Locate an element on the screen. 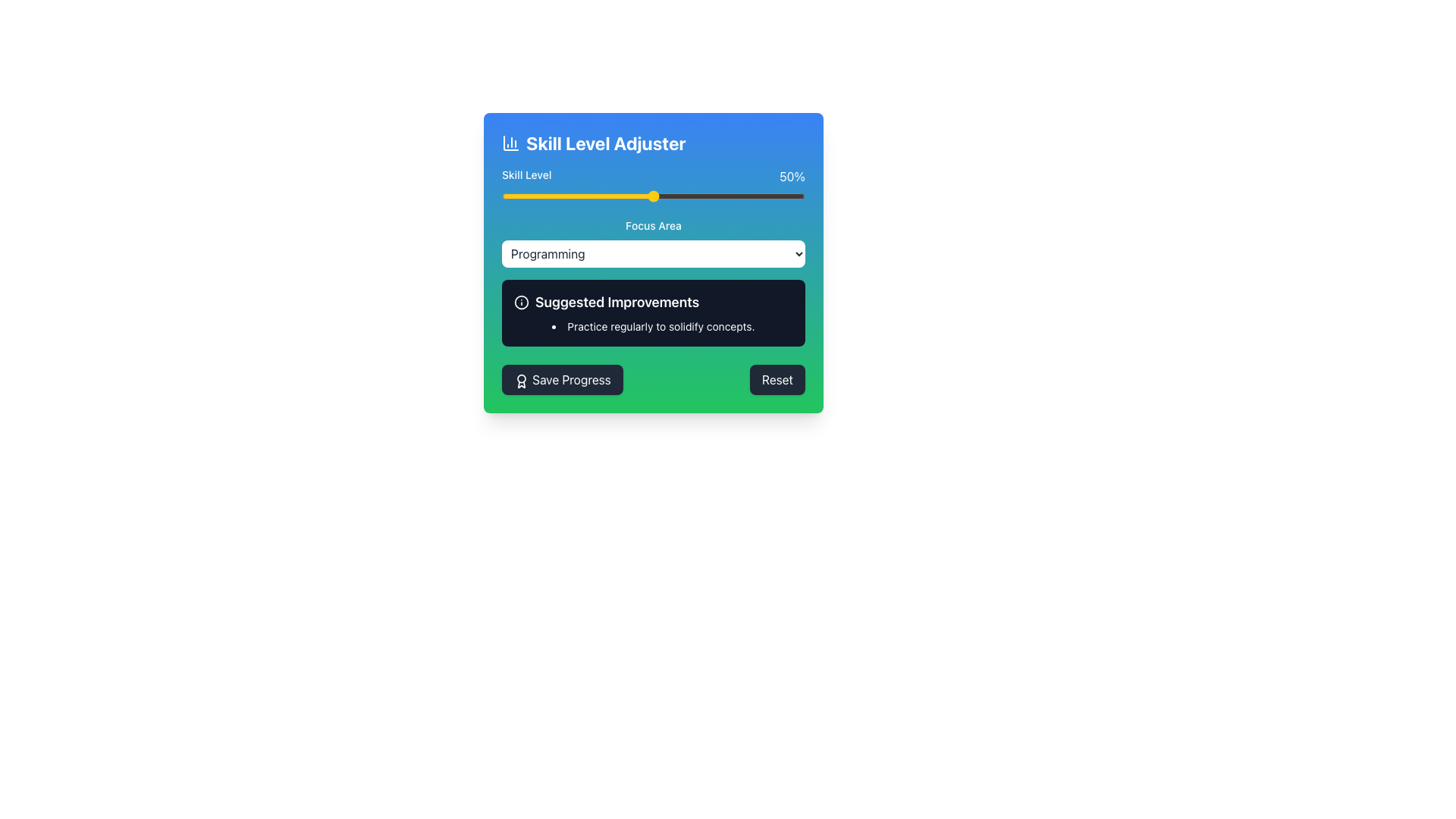 The width and height of the screenshot is (1456, 819). the informational box or tooltip located in the 'Skill Level Adjuster' card, positioned under the 'Focus Area' dropdown and above the 'Save Progress' and 'Reset' buttons is located at coordinates (654, 312).